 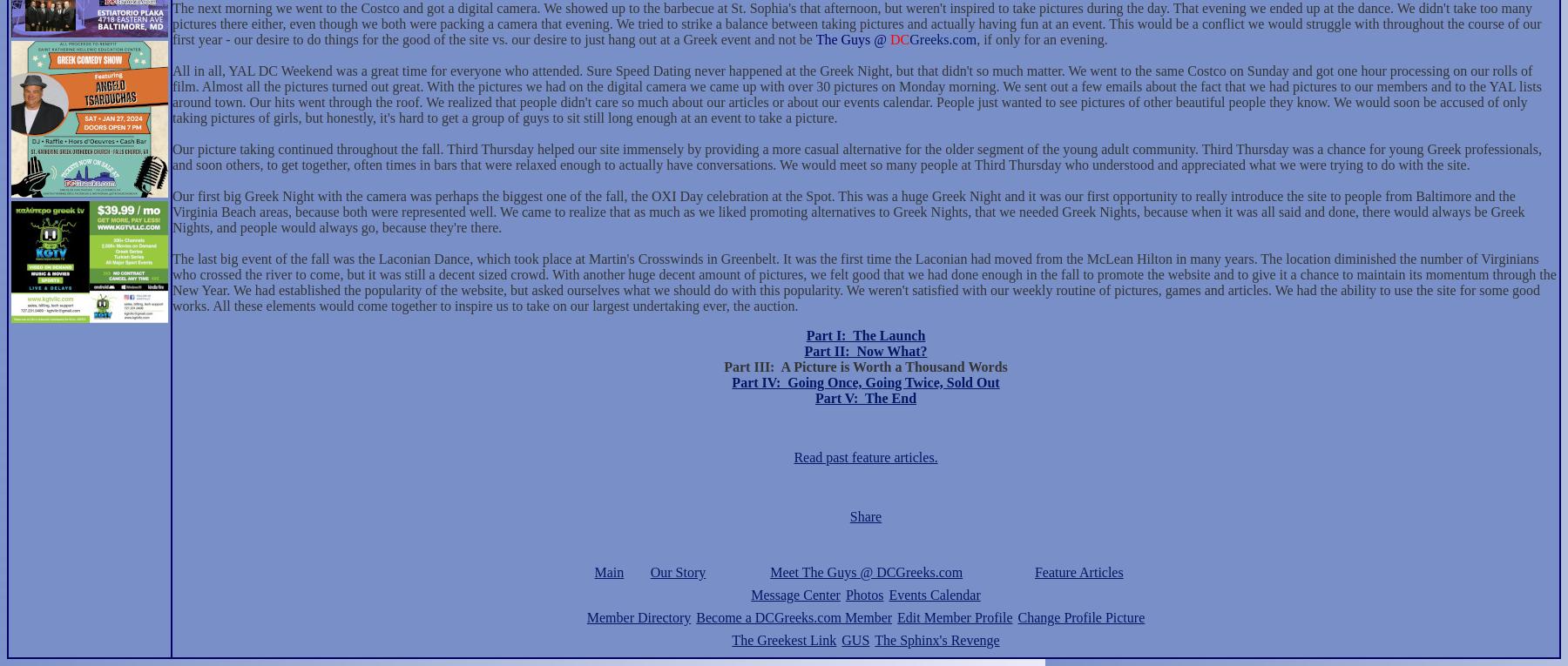 What do you see at coordinates (955, 616) in the screenshot?
I see `'Edit Member Profile'` at bounding box center [955, 616].